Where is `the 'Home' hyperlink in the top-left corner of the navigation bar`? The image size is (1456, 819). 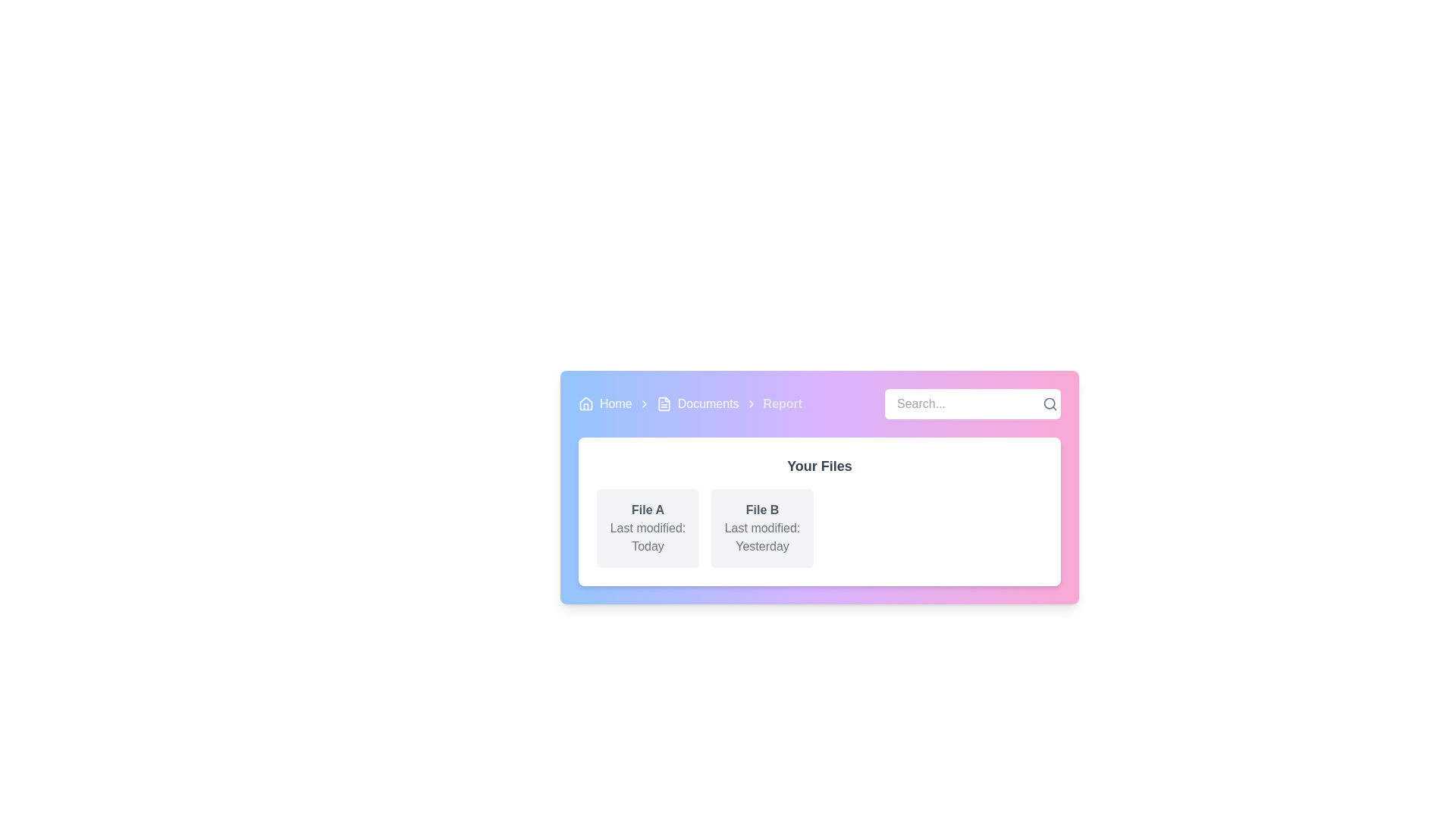 the 'Home' hyperlink in the top-left corner of the navigation bar is located at coordinates (604, 403).